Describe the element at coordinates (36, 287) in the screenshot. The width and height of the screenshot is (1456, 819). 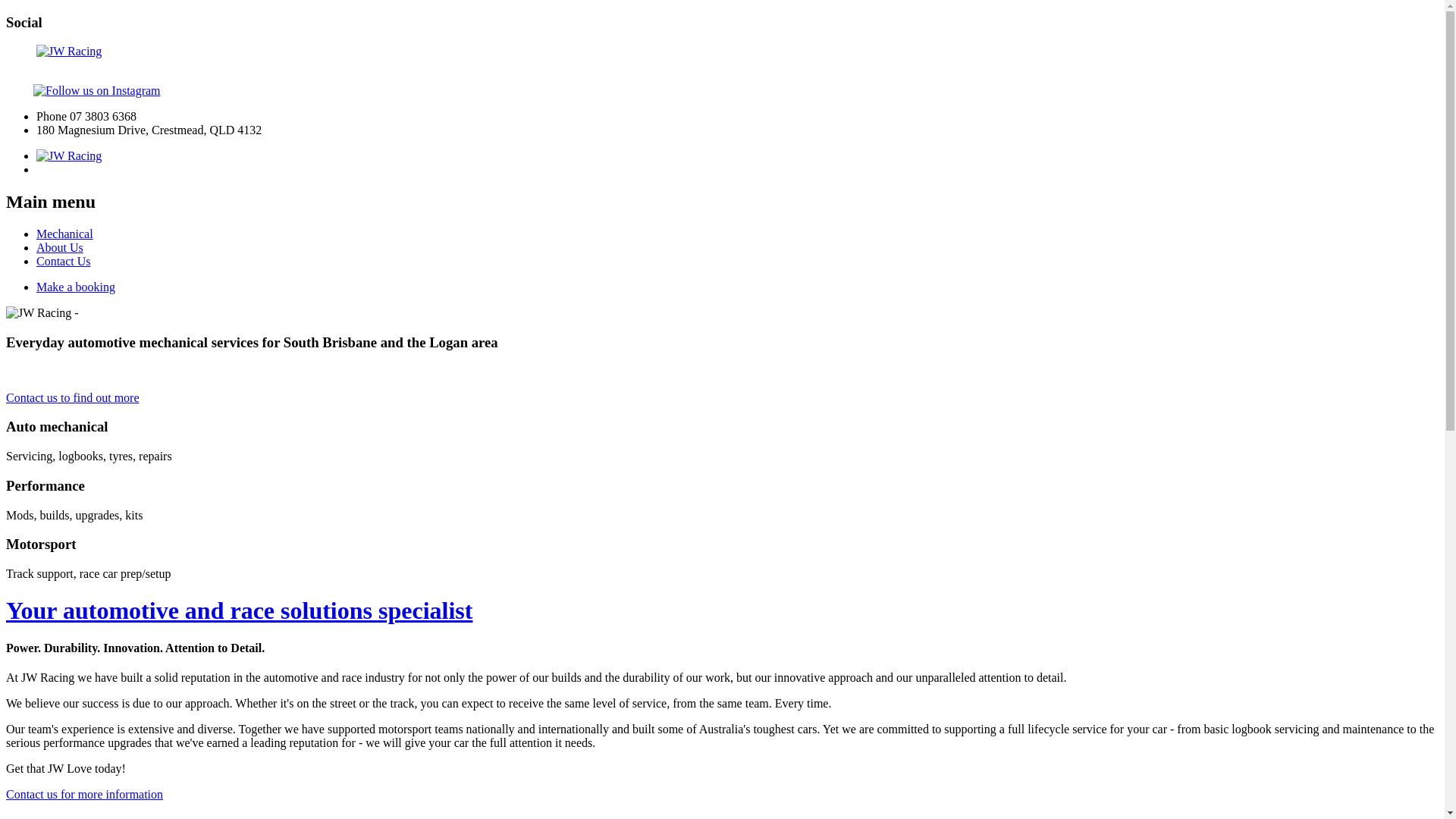
I see `'Make a booking'` at that location.